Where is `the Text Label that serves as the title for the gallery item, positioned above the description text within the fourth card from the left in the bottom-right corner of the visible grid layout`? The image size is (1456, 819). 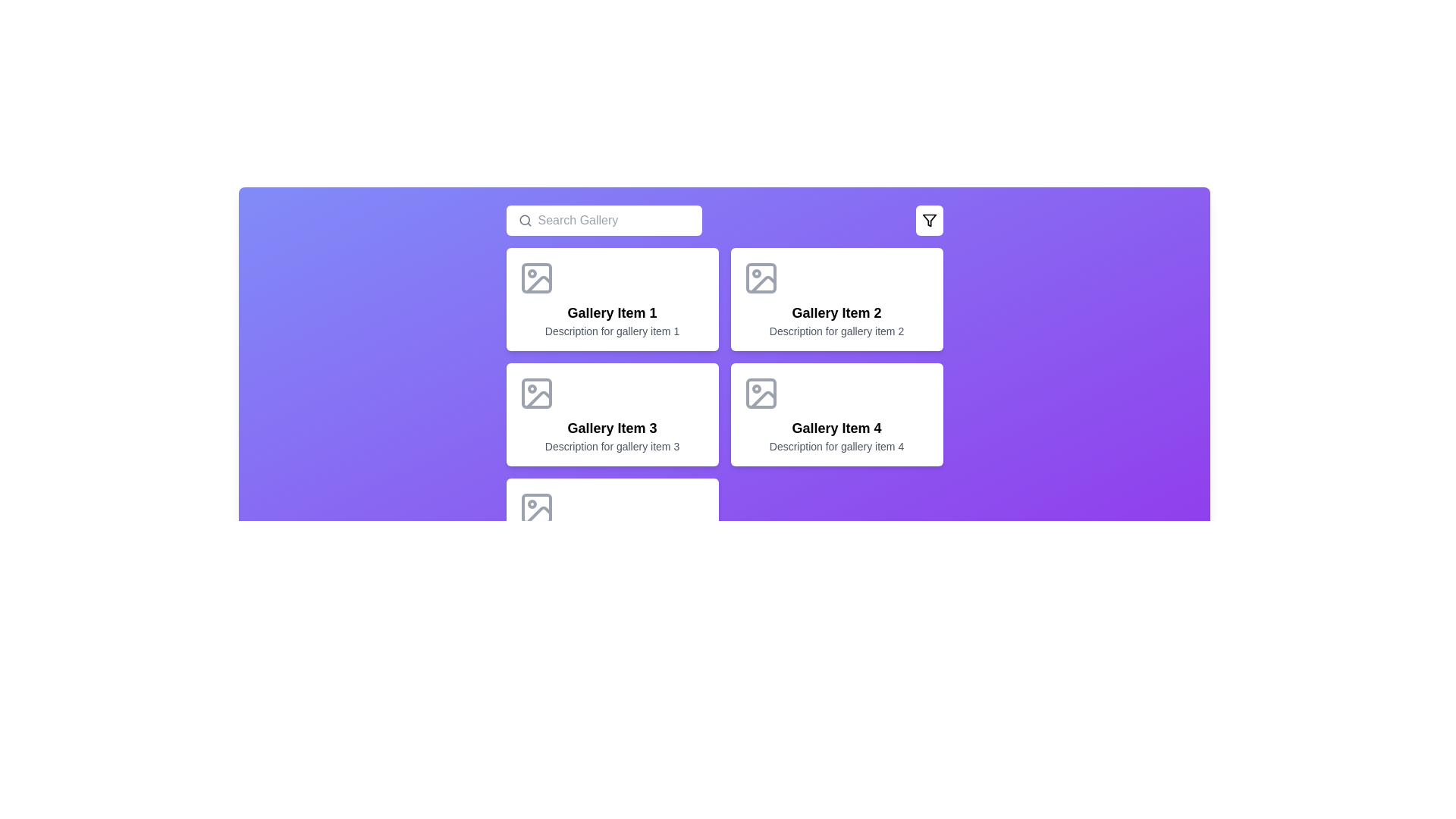
the Text Label that serves as the title for the gallery item, positioned above the description text within the fourth card from the left in the bottom-right corner of the visible grid layout is located at coordinates (836, 428).